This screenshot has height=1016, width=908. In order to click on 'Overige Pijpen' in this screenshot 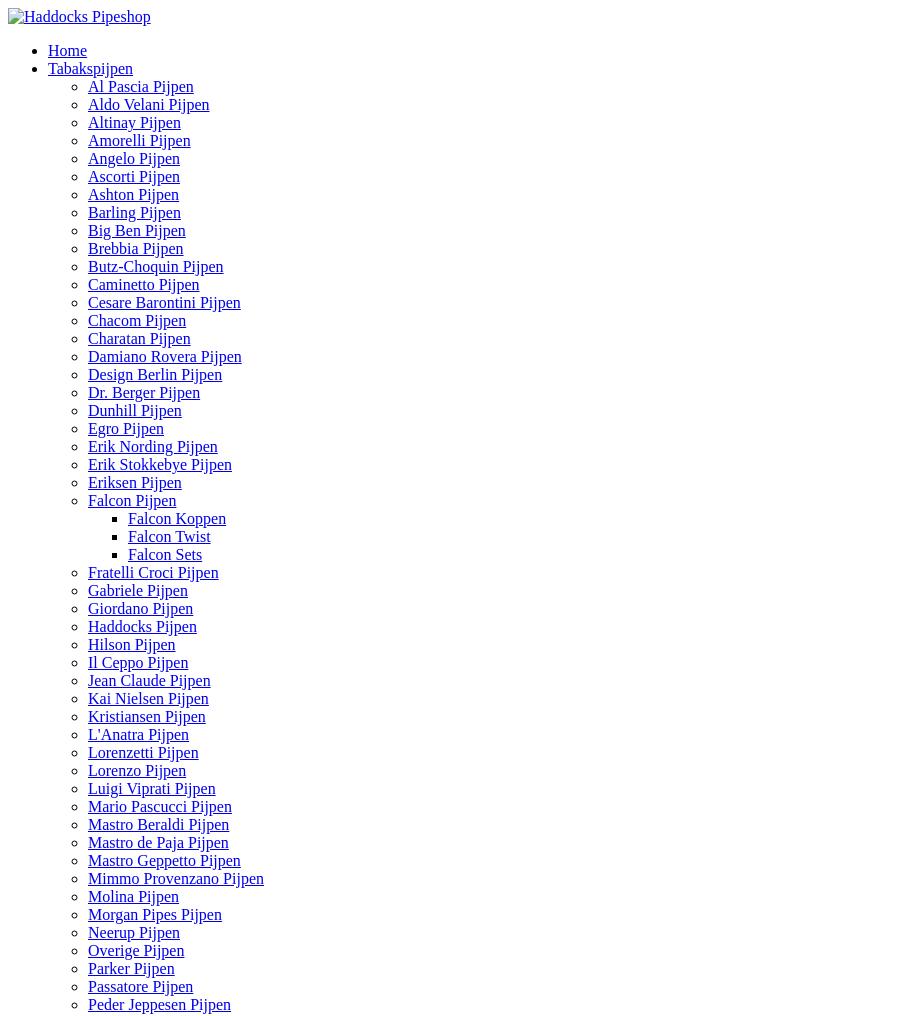, I will do `click(136, 949)`.